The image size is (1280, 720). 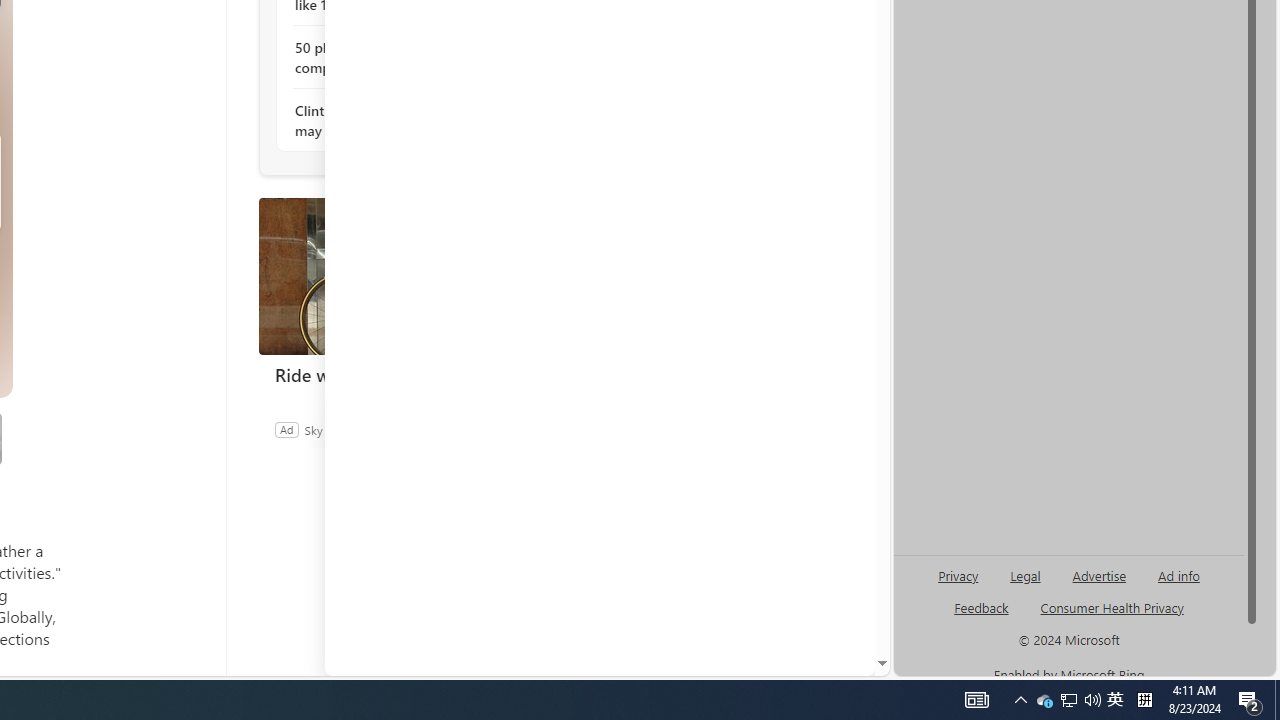 I want to click on 'Clint Eastwood: The life story you may not know', so click(x=402, y=120).